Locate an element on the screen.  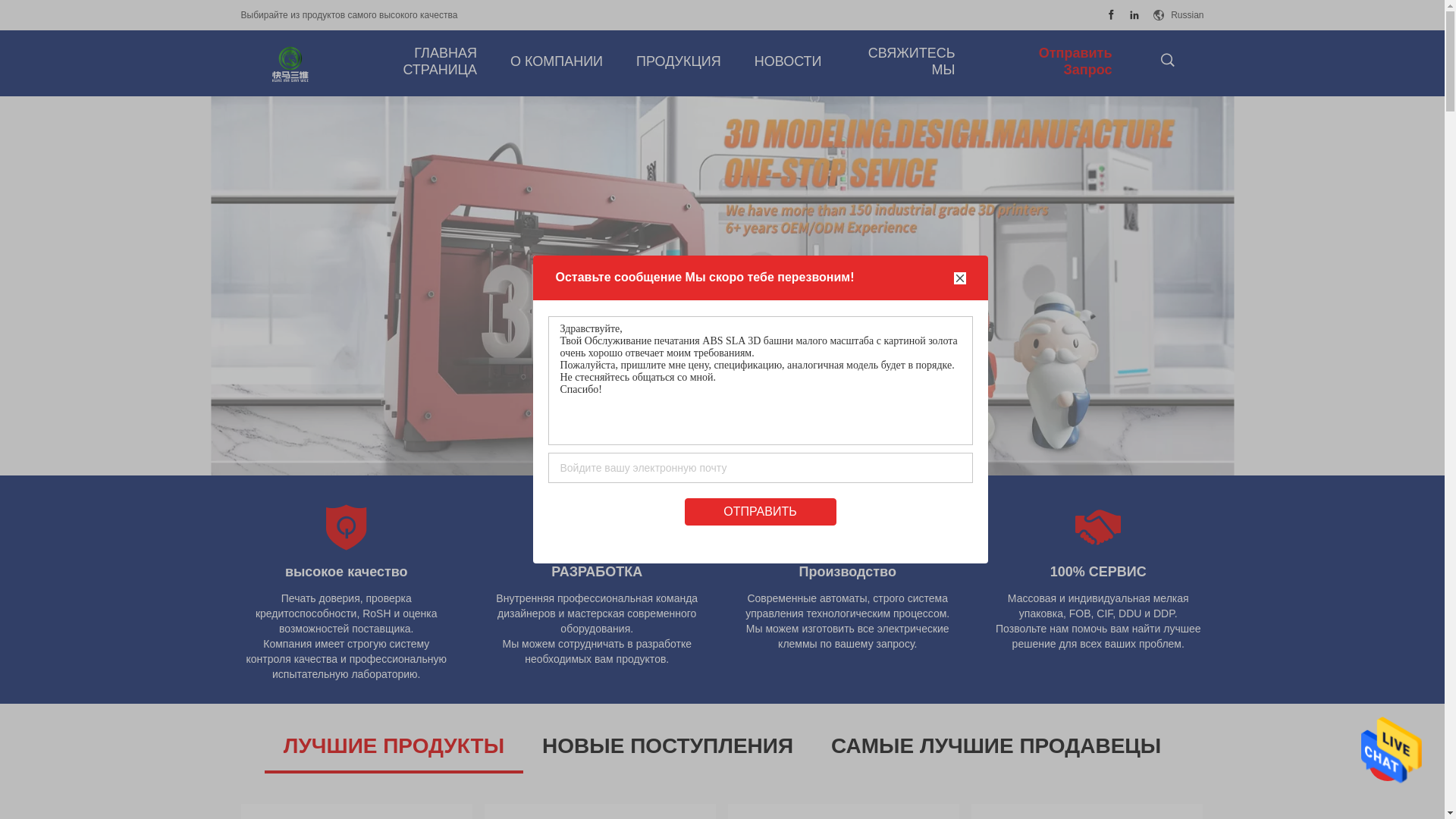
'Guangdong Kuaima Sanwei Technology Co., Ltd. Facebook' is located at coordinates (1111, 14).